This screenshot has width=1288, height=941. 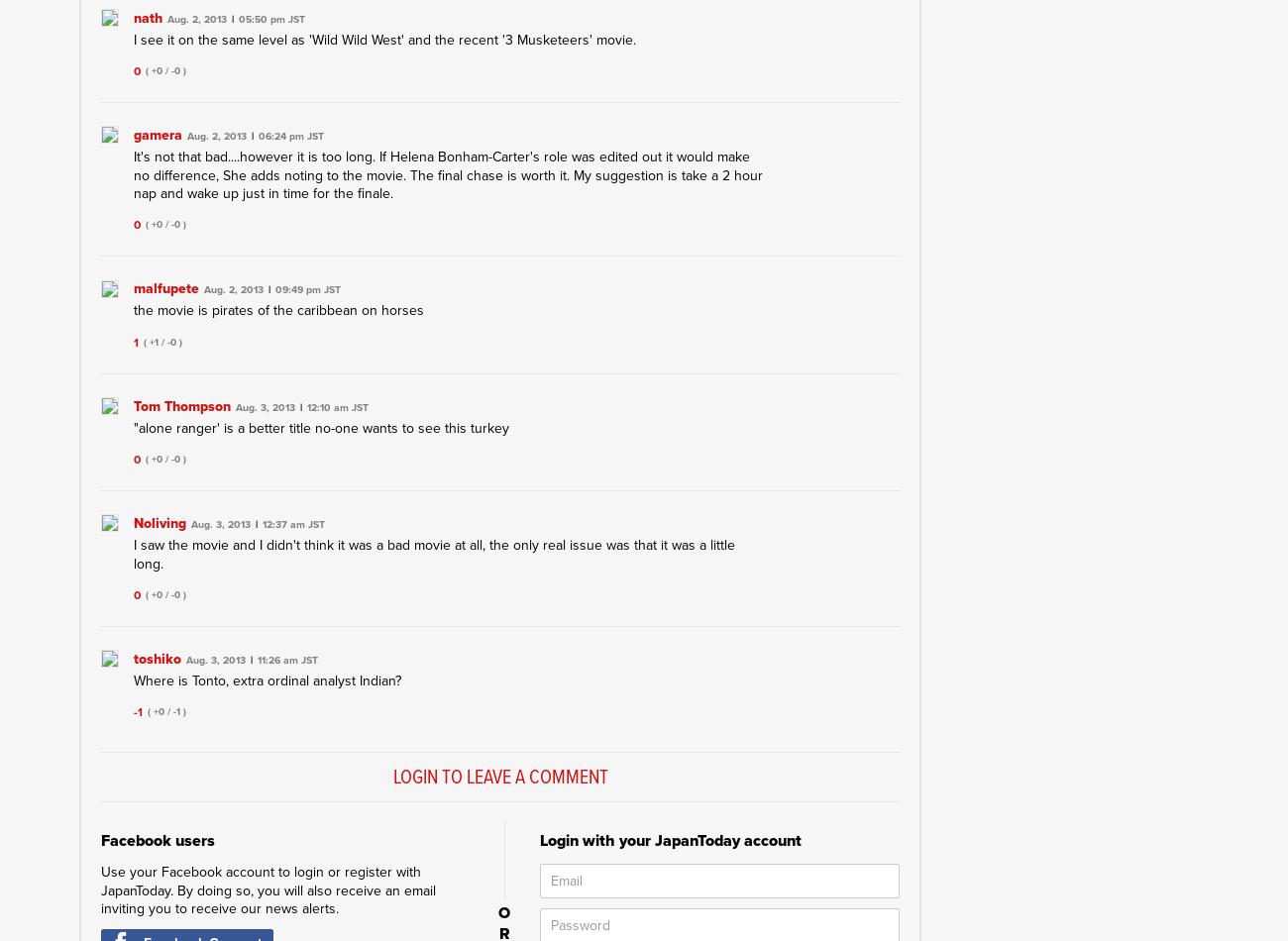 What do you see at coordinates (147, 17) in the screenshot?
I see `'nath'` at bounding box center [147, 17].